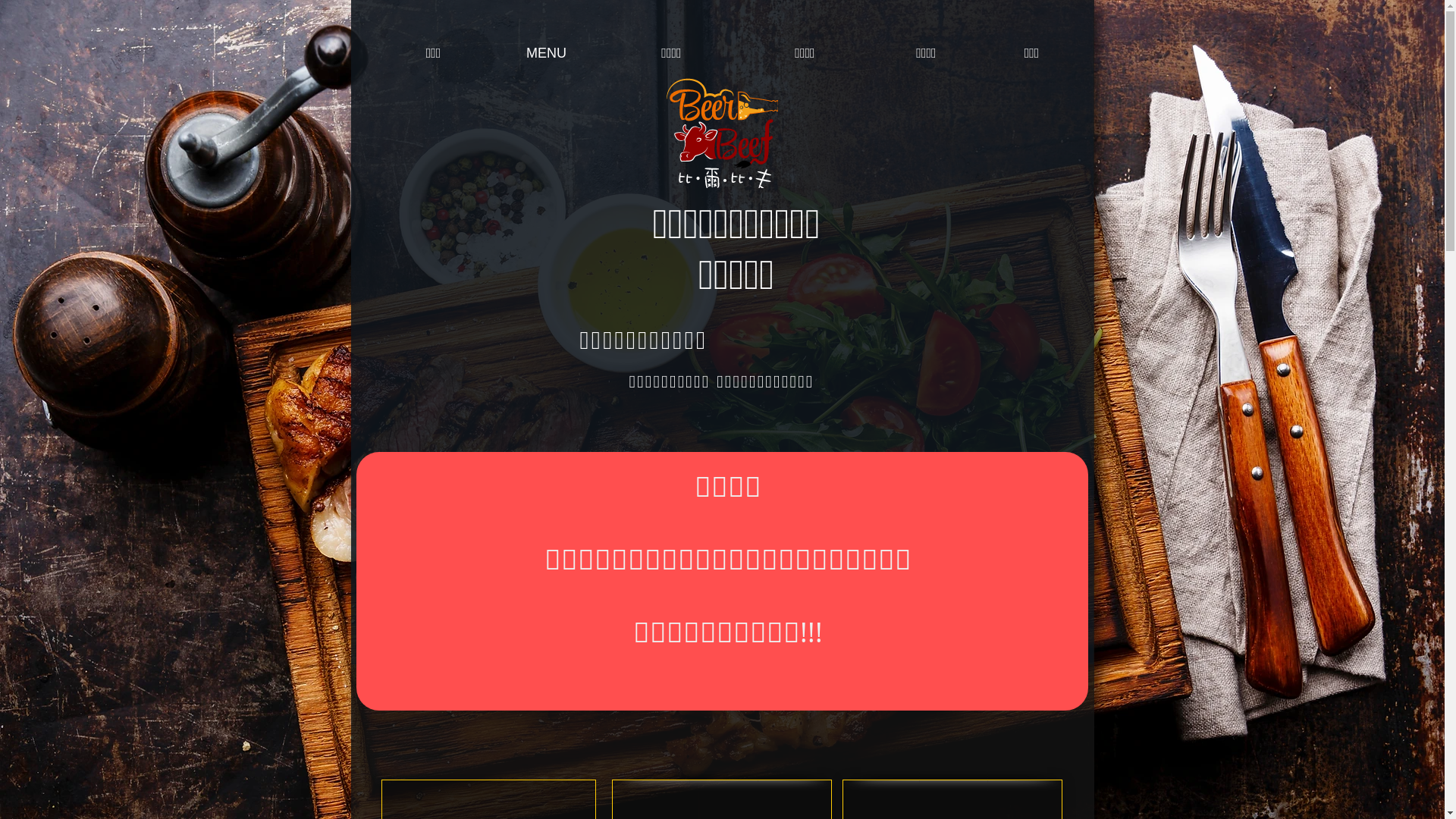 Image resolution: width=1456 pixels, height=819 pixels. Describe the element at coordinates (494, 52) in the screenshot. I see `'MENU'` at that location.